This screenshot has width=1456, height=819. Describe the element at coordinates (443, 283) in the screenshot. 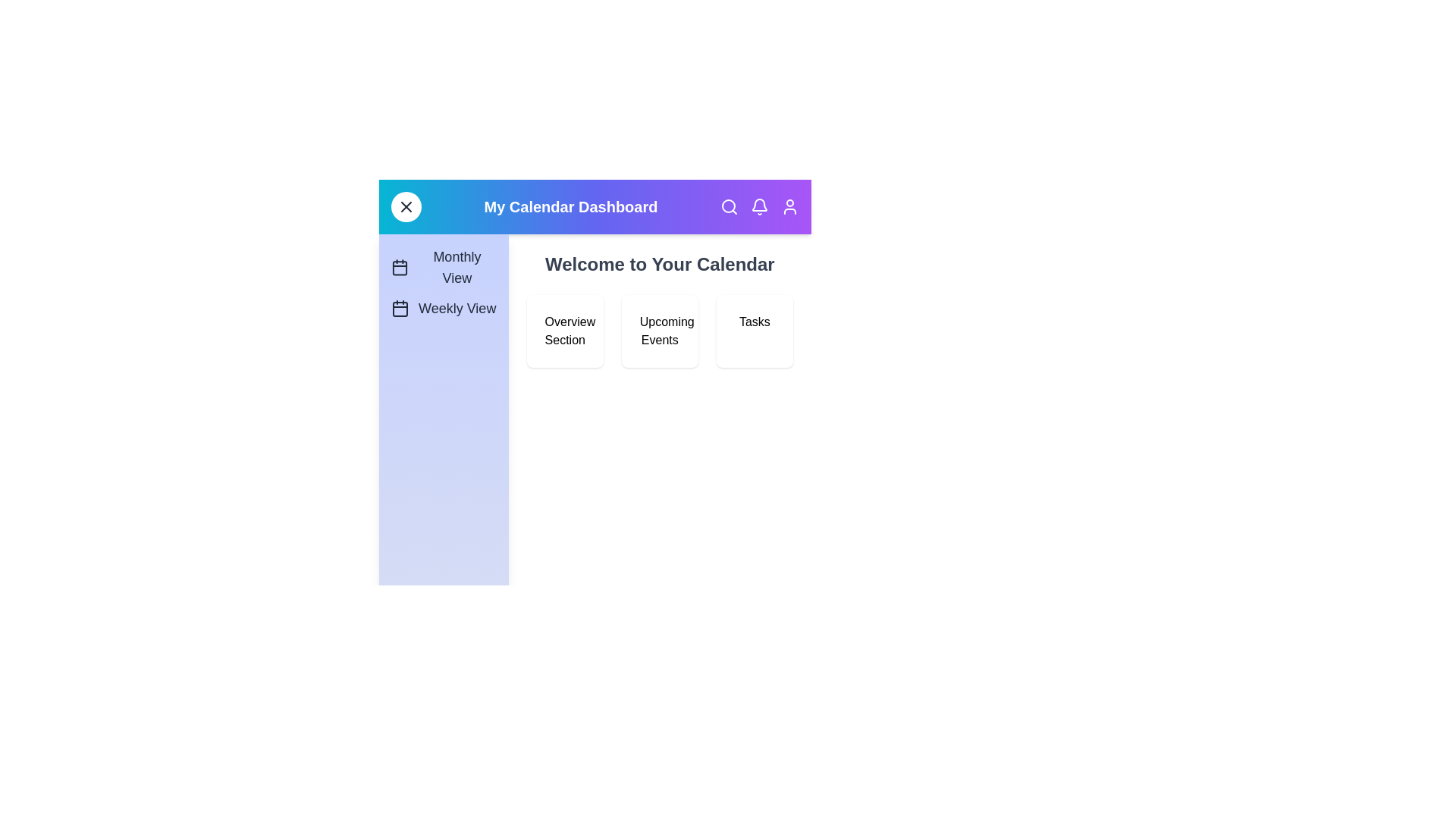

I see `the 'Monthly View' option in the segmented control located in the left sidebar, which features a calendar icon and dark text on a light blue background` at that location.